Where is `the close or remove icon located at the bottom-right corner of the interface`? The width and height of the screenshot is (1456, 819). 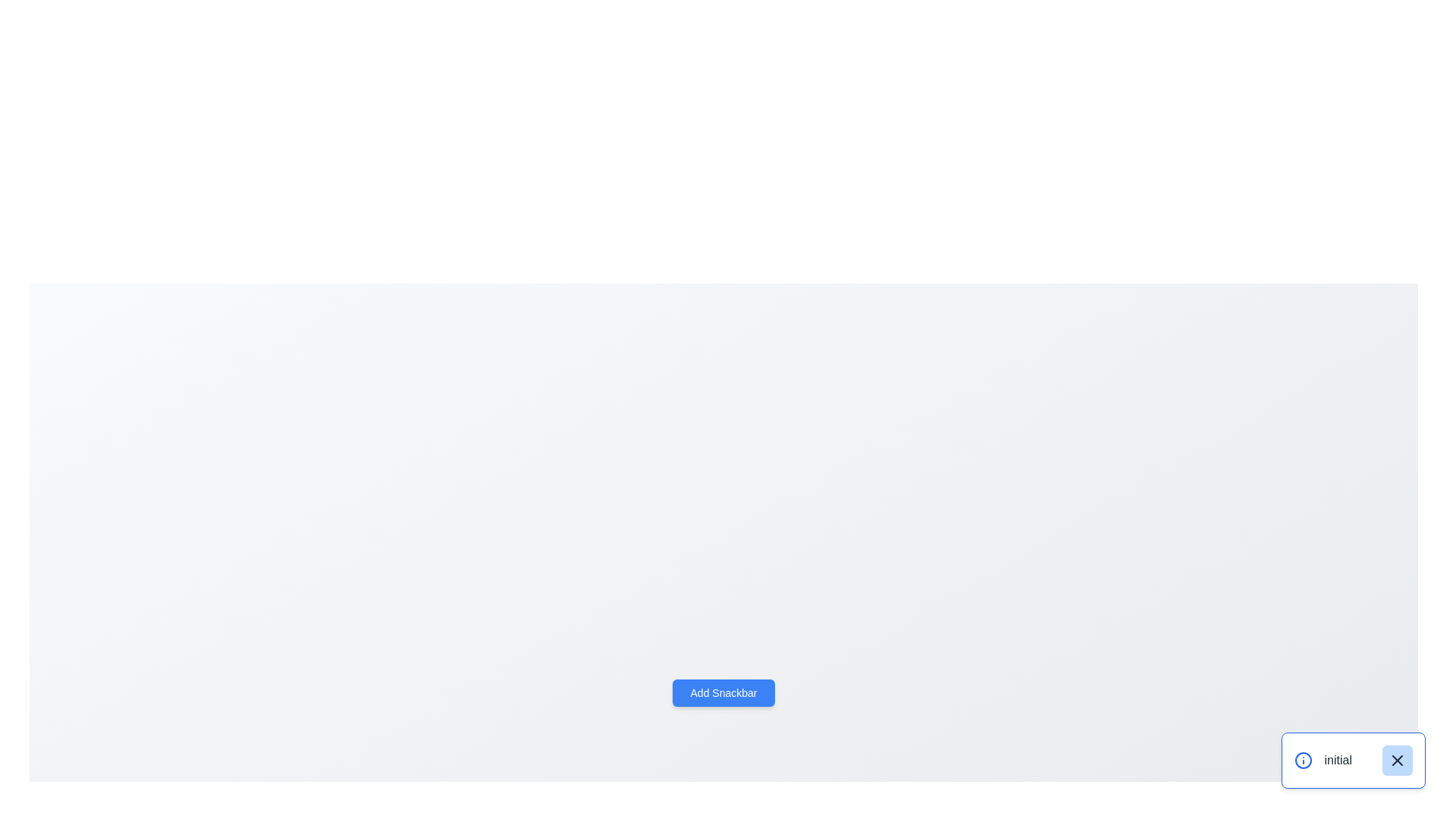
the close or remove icon located at the bottom-right corner of the interface is located at coordinates (1397, 760).